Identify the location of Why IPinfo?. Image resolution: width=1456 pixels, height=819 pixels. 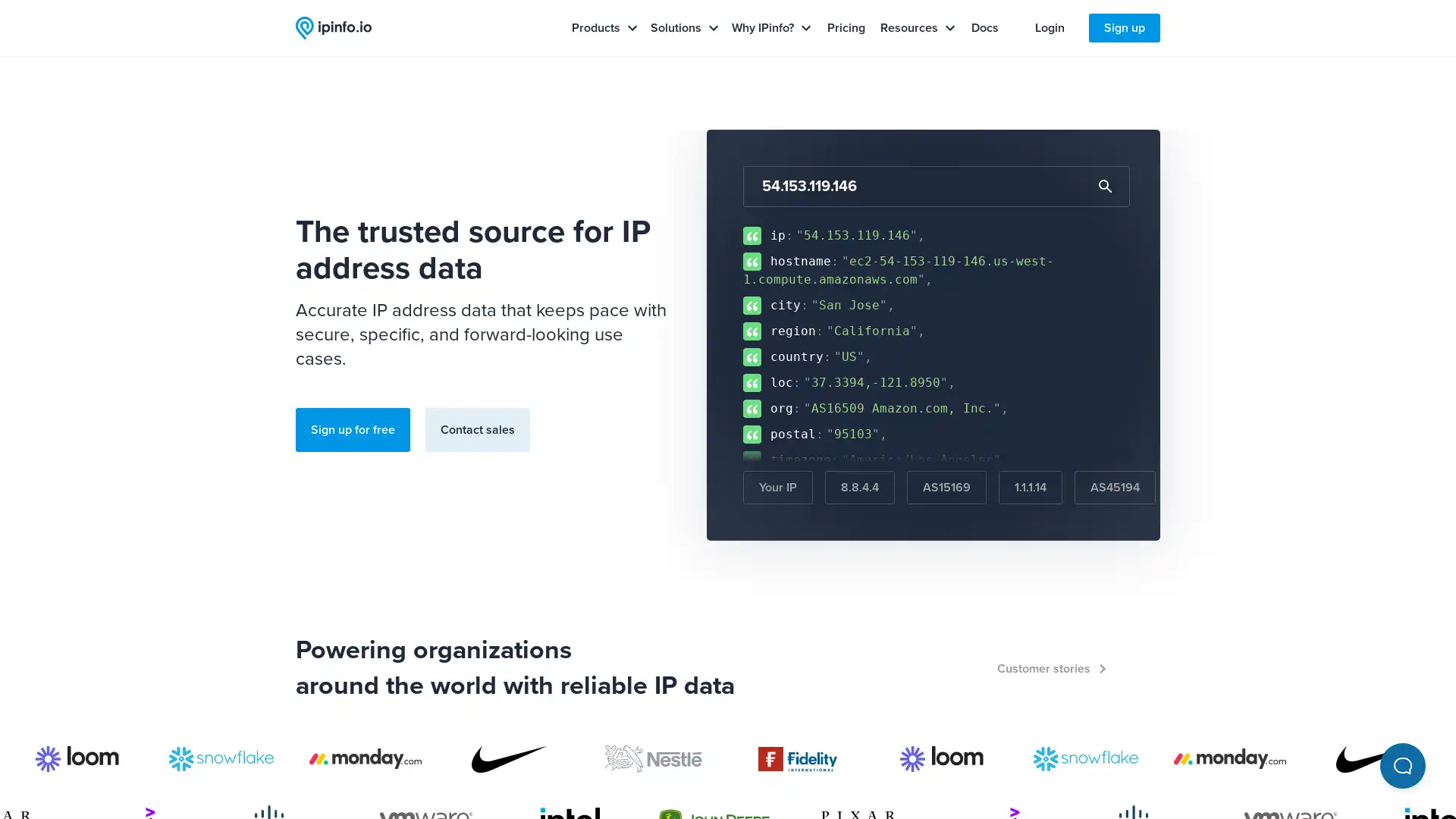
(771, 28).